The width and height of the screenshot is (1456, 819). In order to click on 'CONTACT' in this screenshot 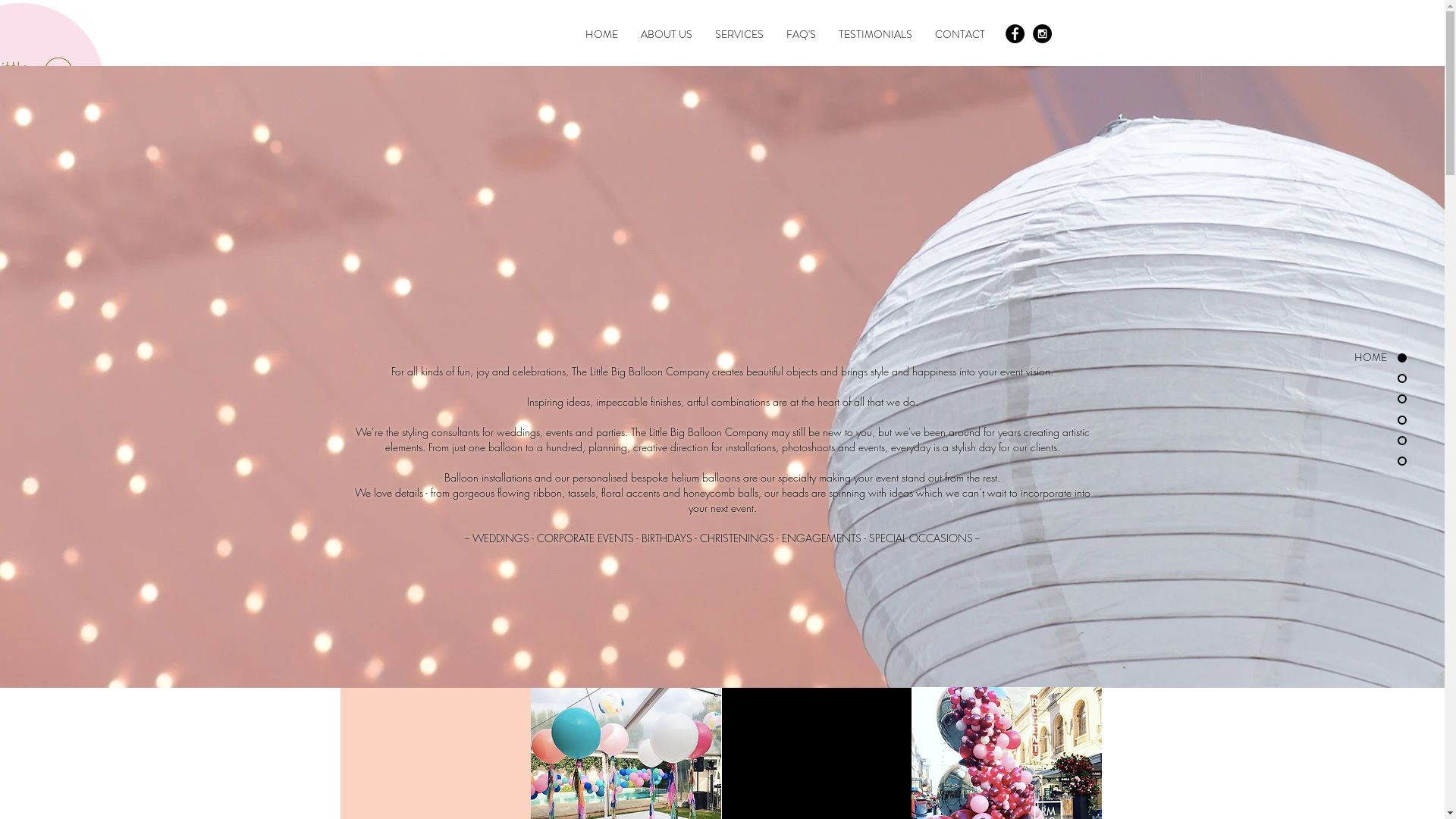, I will do `click(959, 34)`.